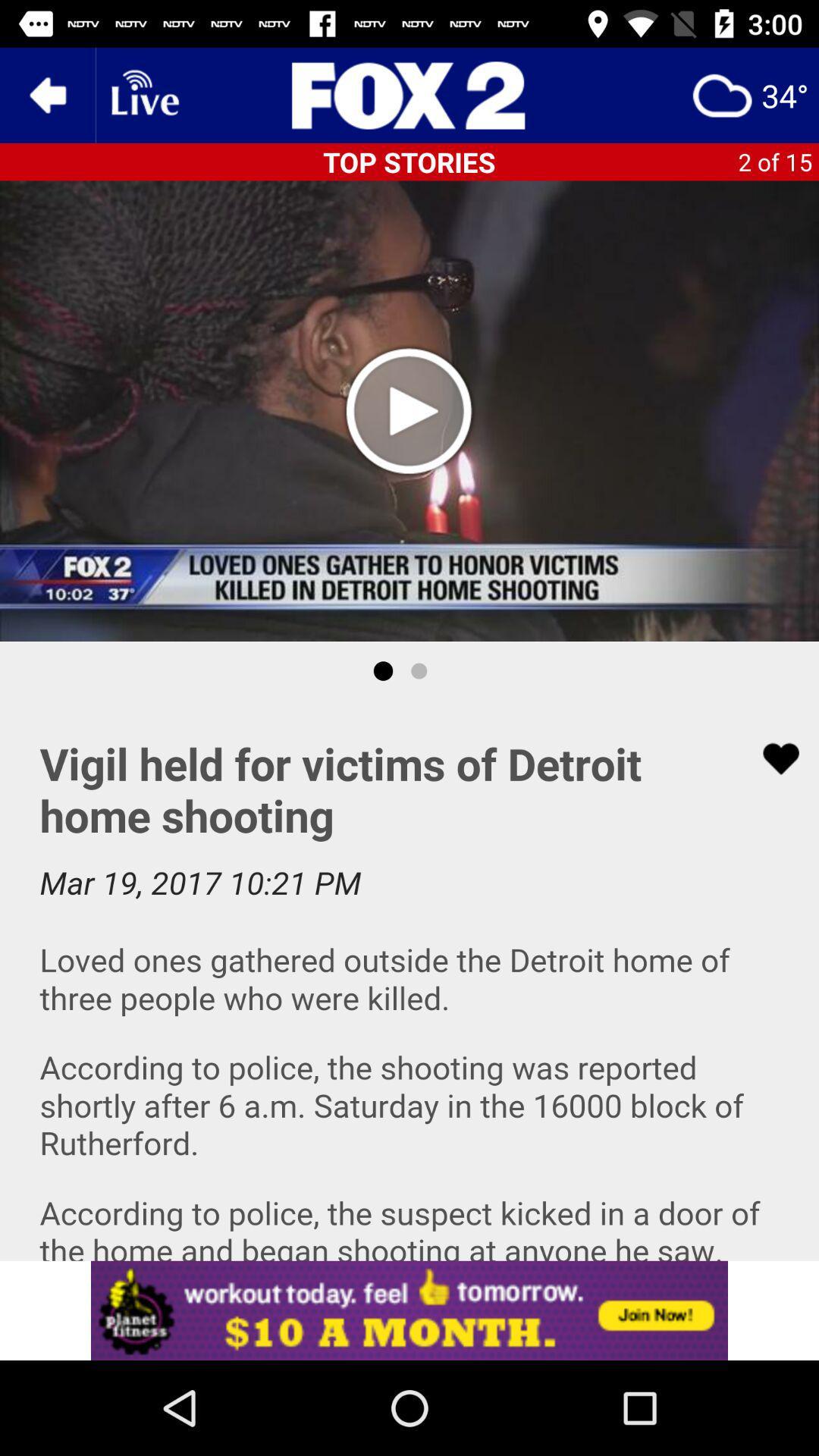  I want to click on the arrow_backward icon, so click(46, 94).